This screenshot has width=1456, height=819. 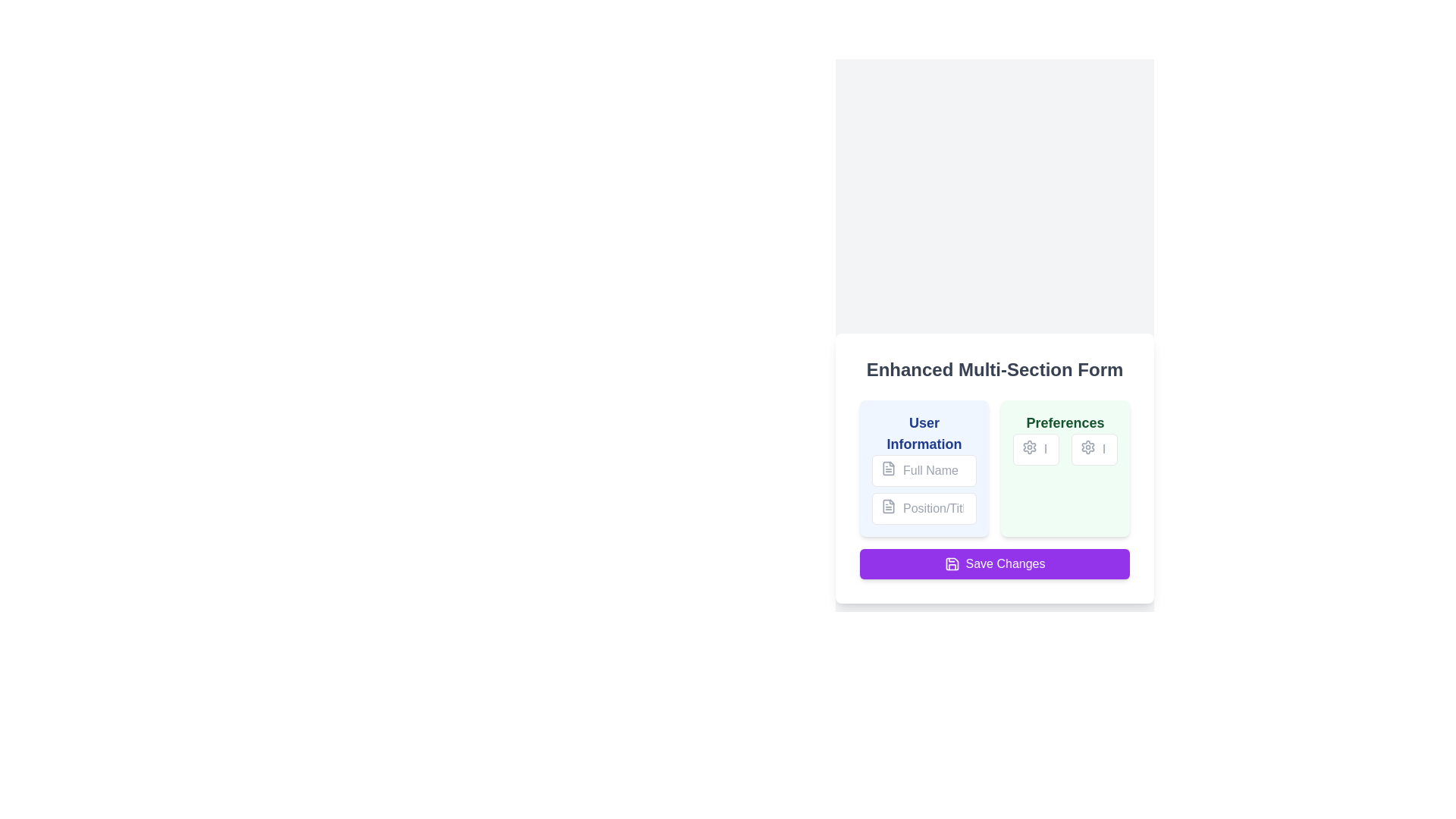 I want to click on text of the bold header labeled 'Preferences' which is styled in large green font on a light green background, located in the right section of a two-column layout, so click(x=1065, y=423).